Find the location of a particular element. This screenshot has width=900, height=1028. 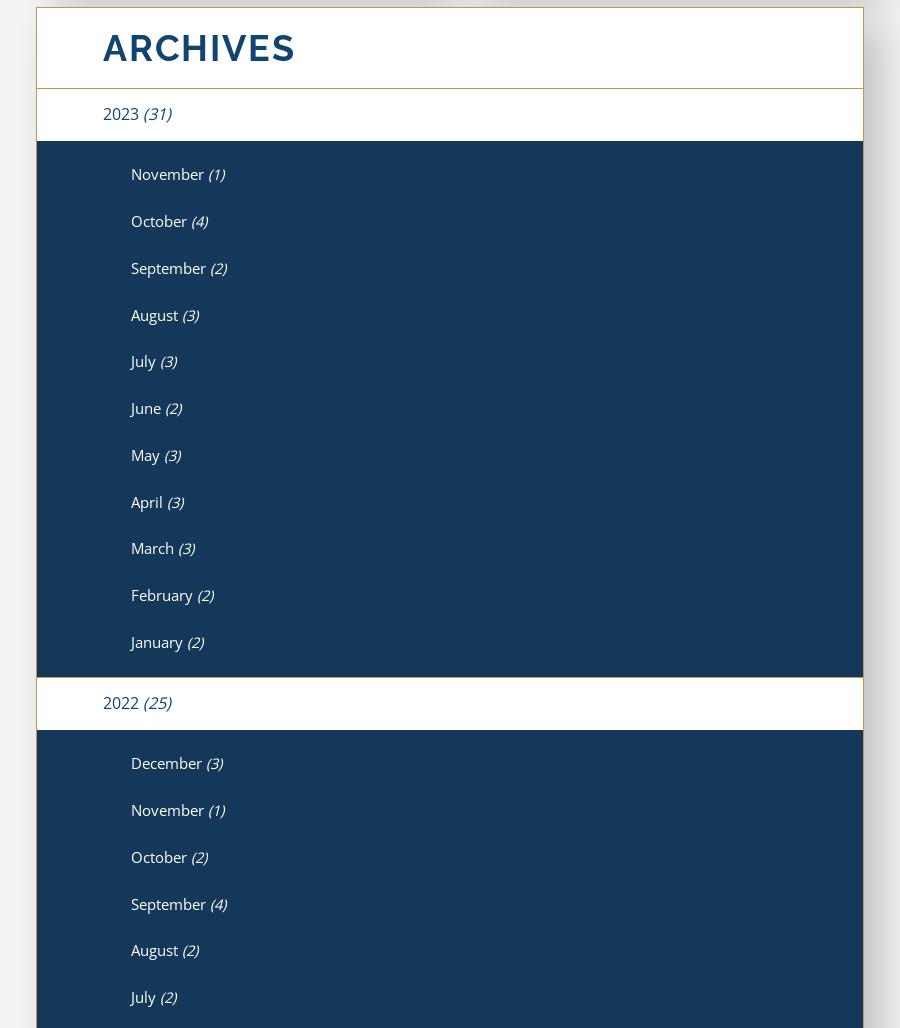

'Map & Directions [+]' is located at coordinates (544, 892).